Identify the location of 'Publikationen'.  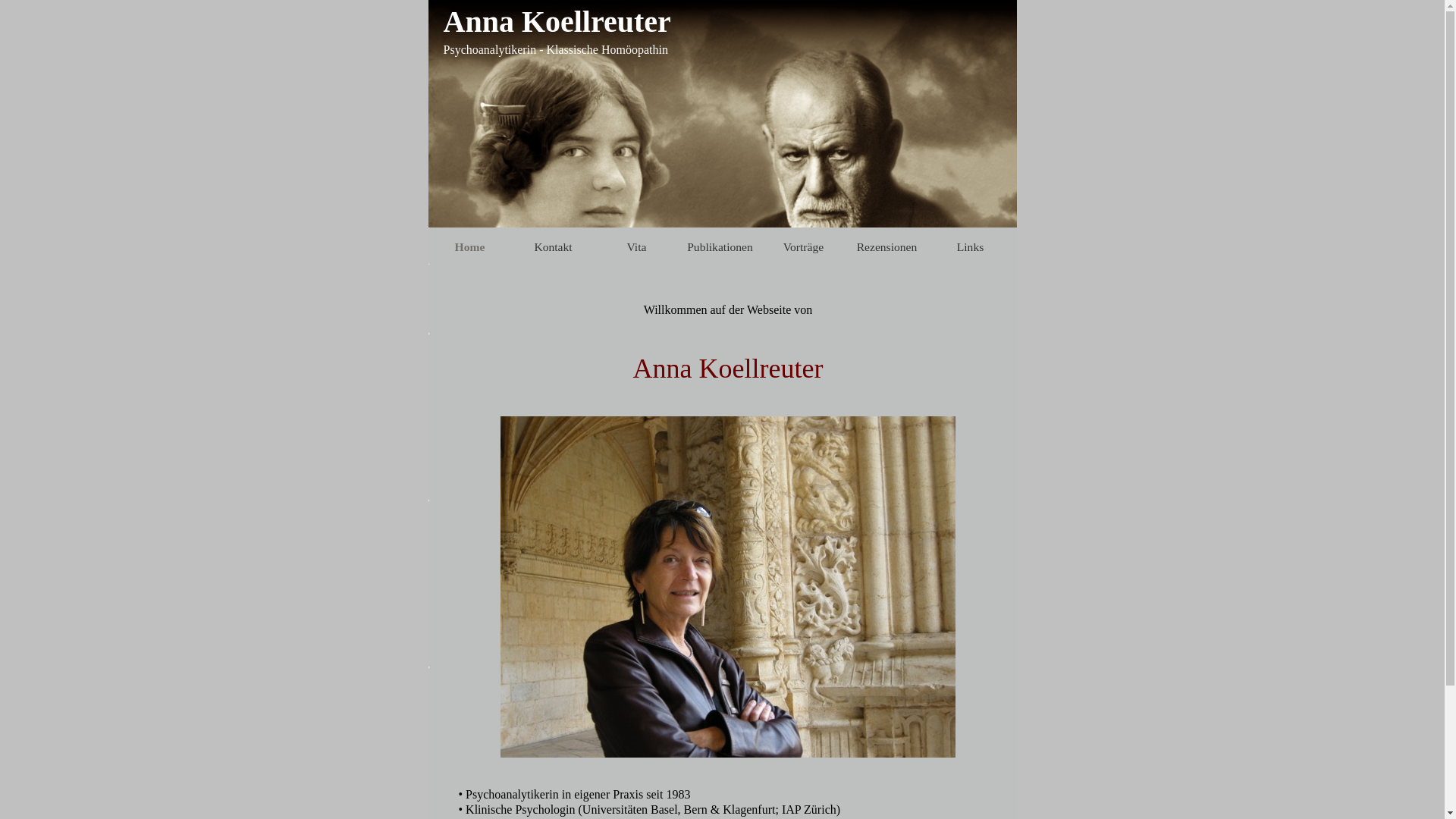
(719, 245).